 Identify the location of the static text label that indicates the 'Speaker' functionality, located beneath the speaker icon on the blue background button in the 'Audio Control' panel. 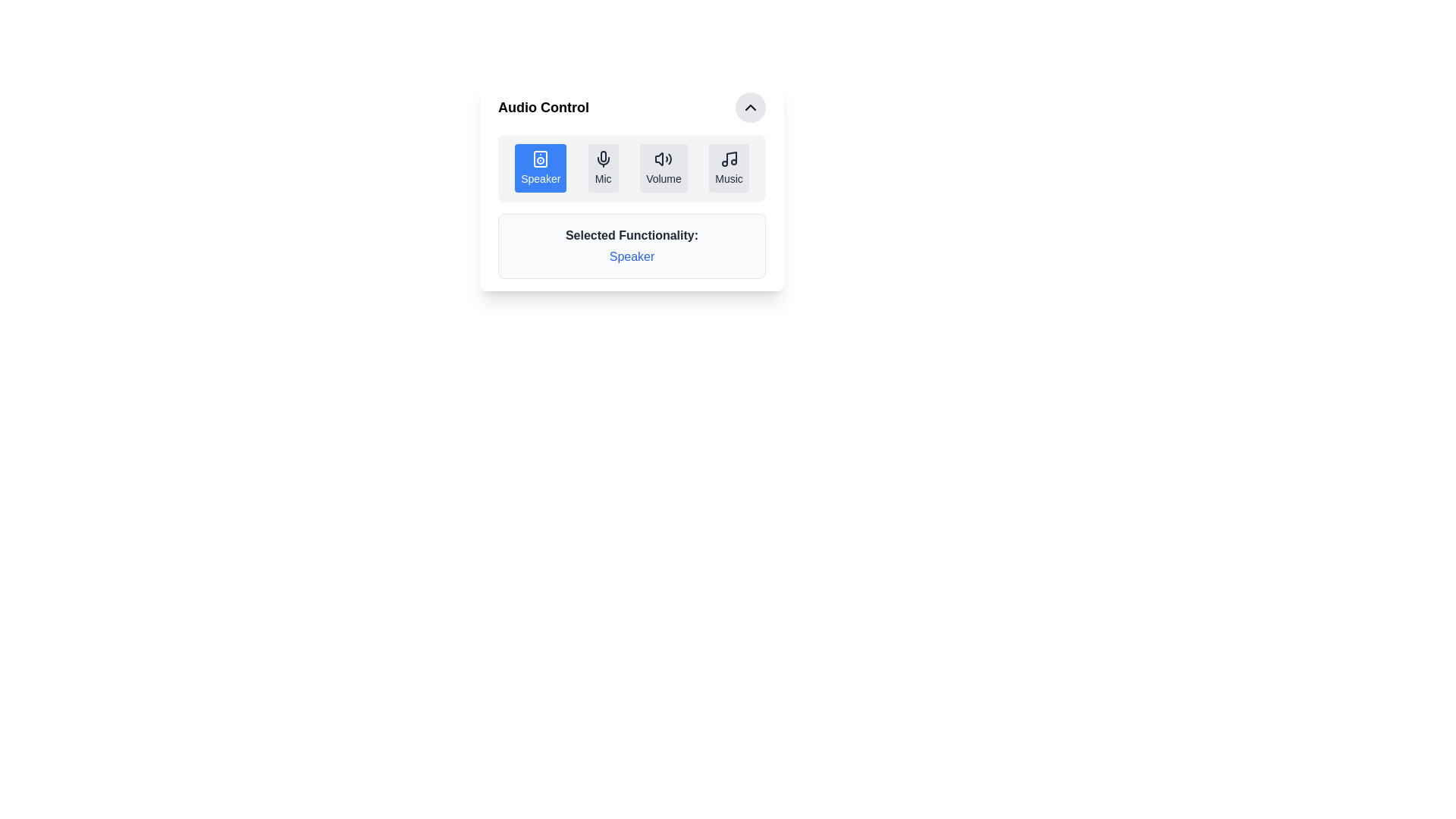
(541, 177).